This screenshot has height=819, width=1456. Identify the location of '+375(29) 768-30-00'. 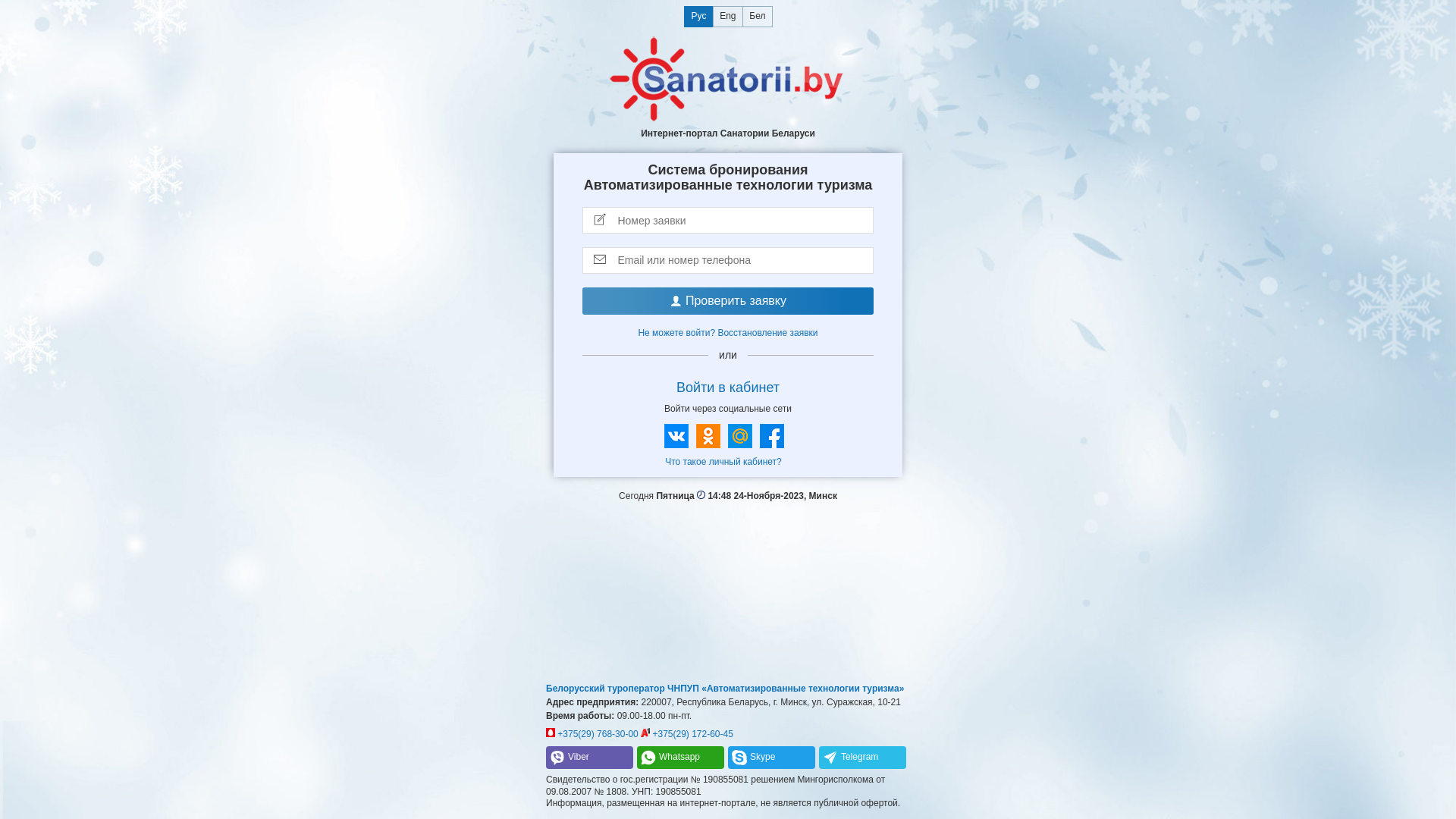
(546, 733).